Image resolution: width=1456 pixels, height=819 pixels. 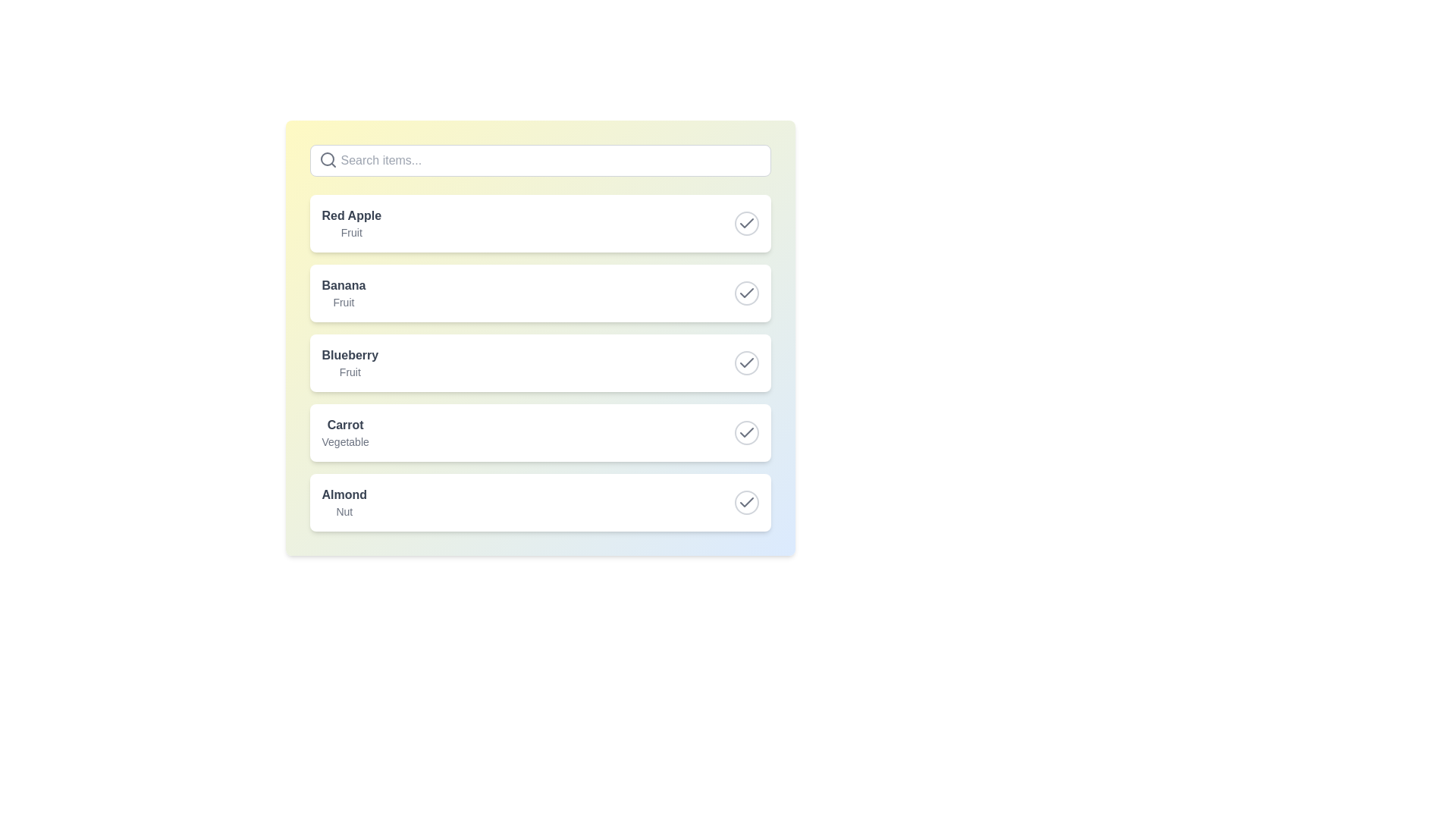 I want to click on the interactive button with a gray checkmark icon, located at the far right of the 'Carrot' list item, so click(x=746, y=432).